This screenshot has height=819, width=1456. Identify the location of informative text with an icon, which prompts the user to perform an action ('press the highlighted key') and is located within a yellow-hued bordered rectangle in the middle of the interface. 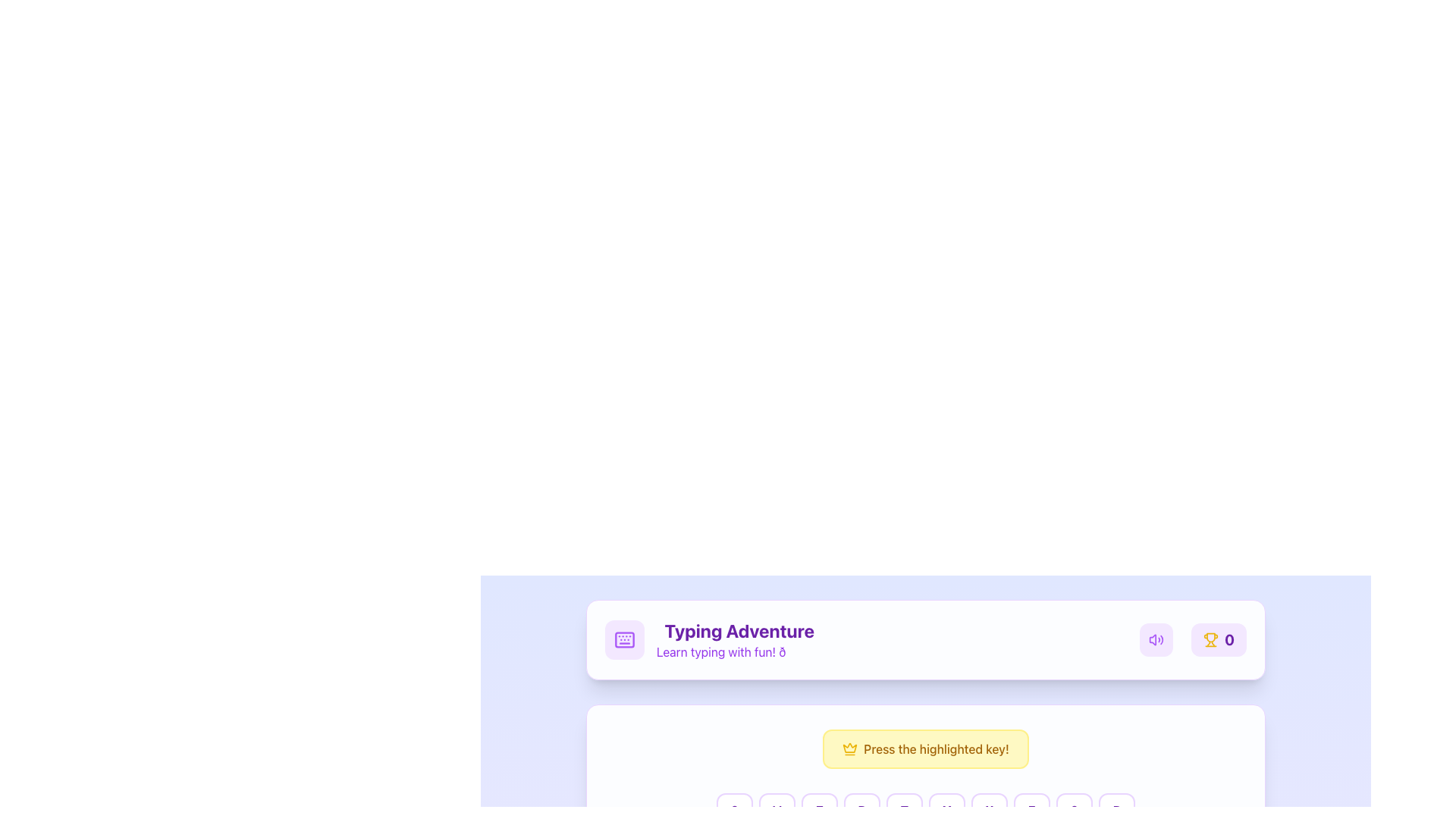
(924, 748).